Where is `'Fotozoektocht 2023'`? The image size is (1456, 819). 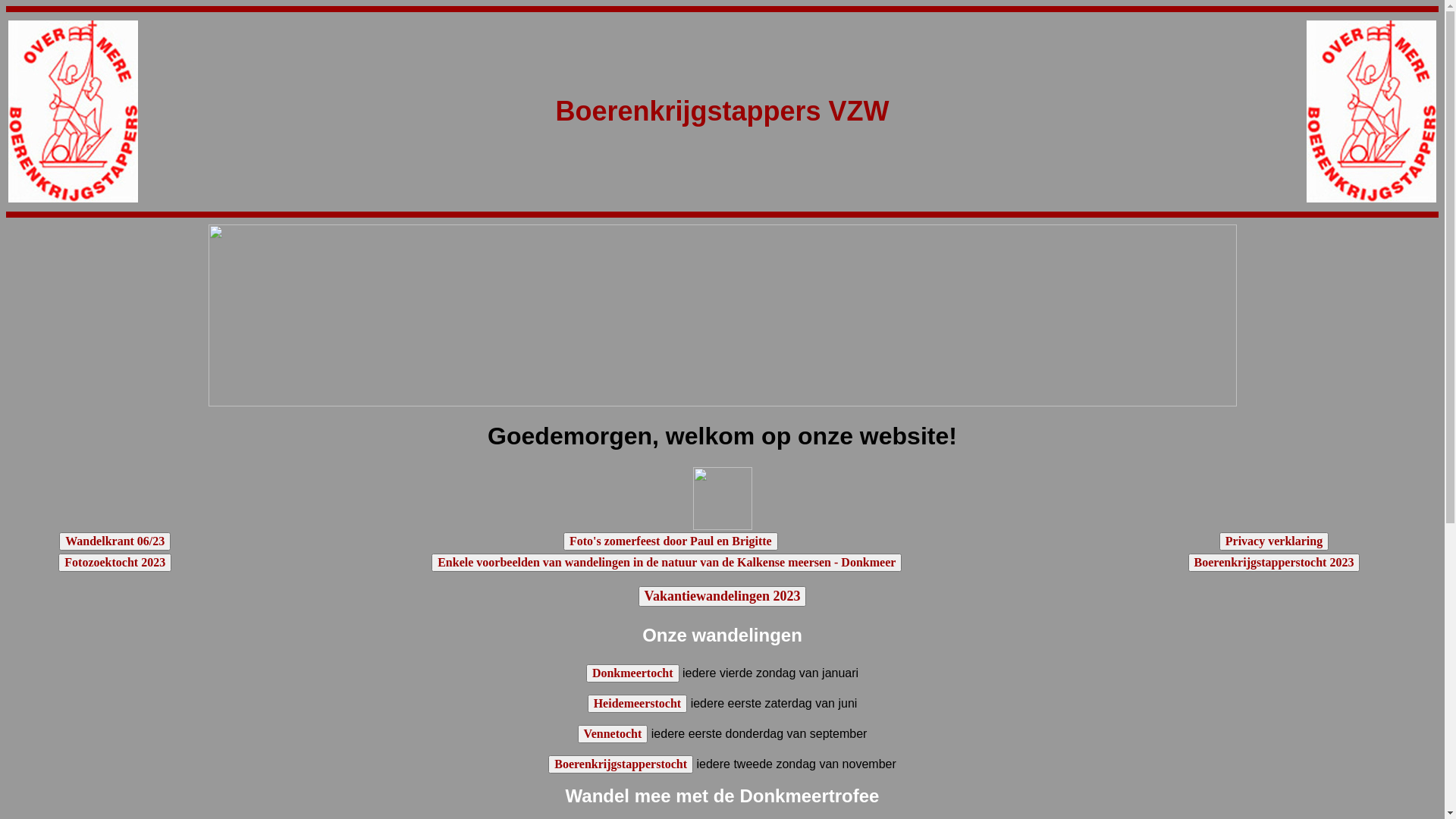
'Fotozoektocht 2023' is located at coordinates (114, 562).